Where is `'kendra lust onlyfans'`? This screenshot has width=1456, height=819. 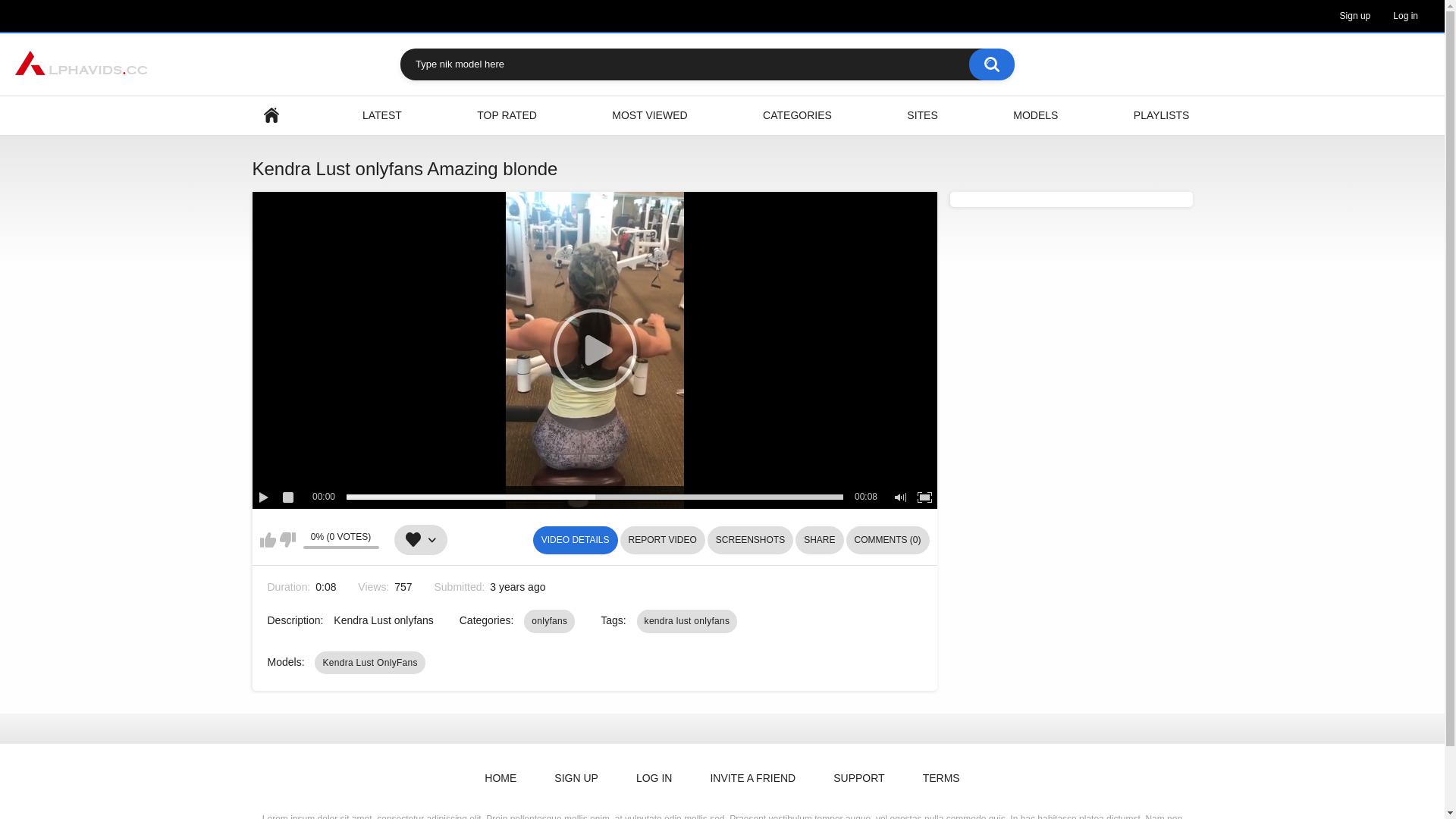 'kendra lust onlyfans' is located at coordinates (637, 620).